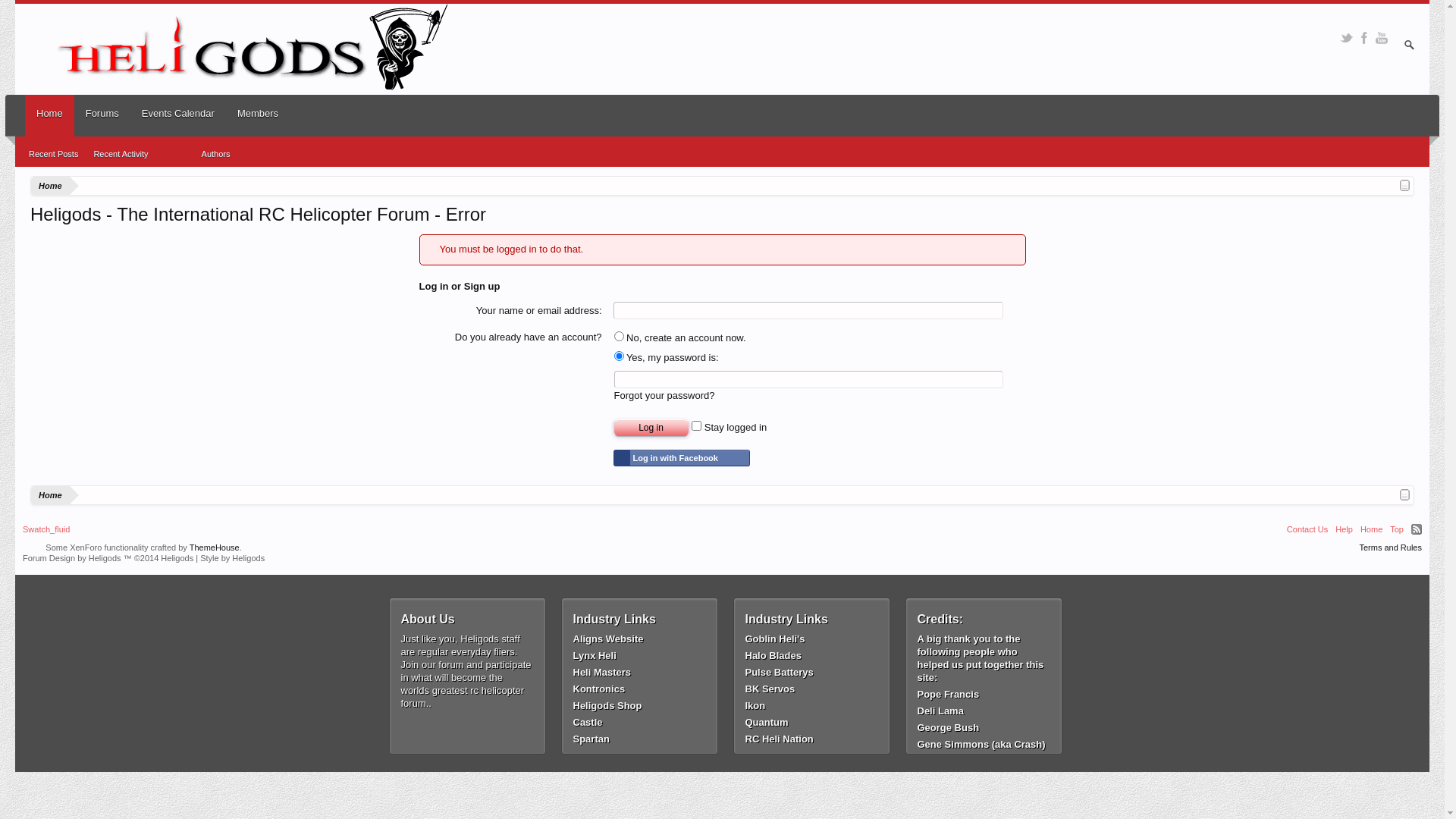 The height and width of the screenshot is (819, 1456). What do you see at coordinates (639, 671) in the screenshot?
I see `'Heli Masters'` at bounding box center [639, 671].